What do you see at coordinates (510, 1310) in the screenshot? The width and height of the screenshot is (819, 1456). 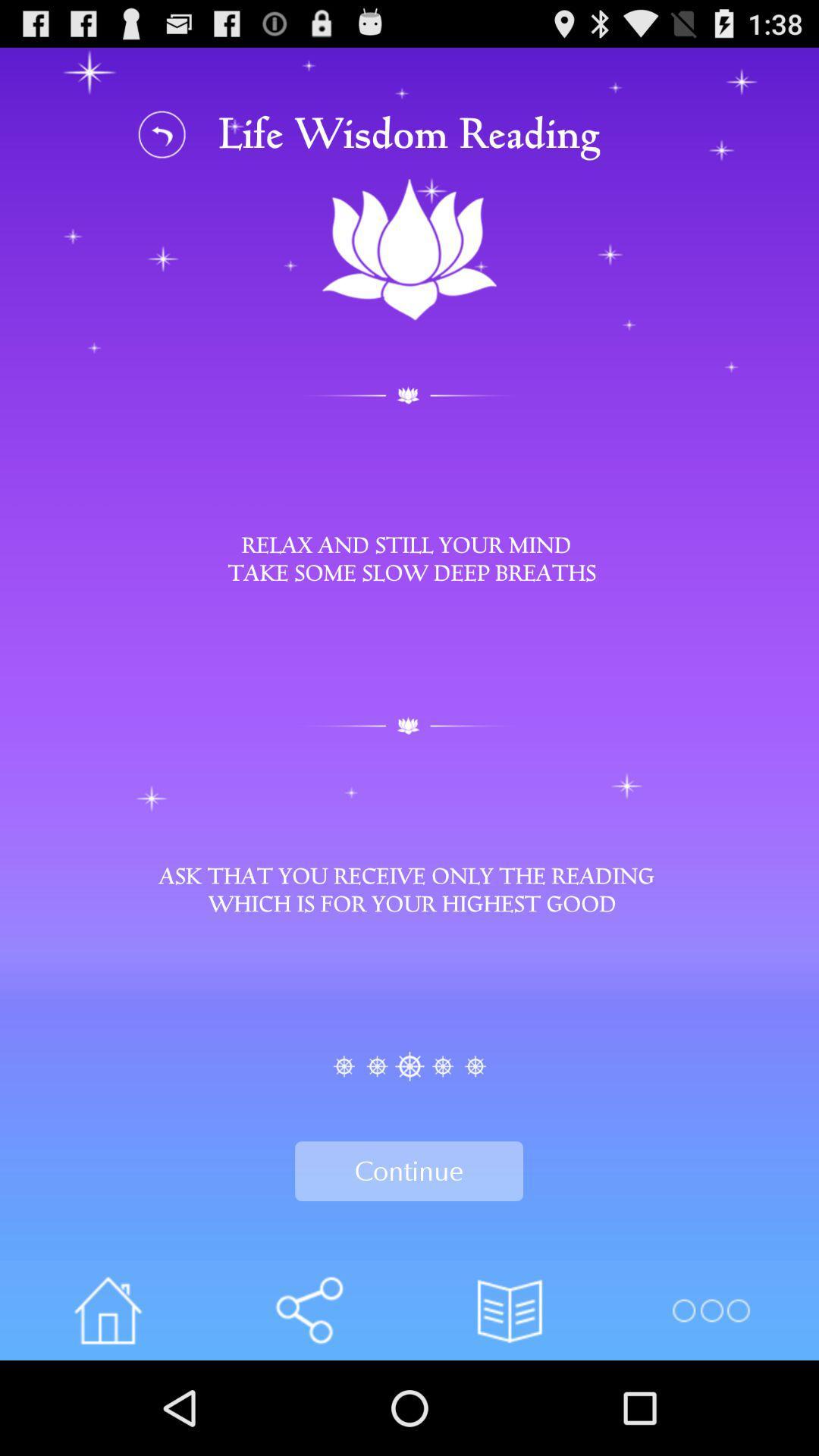 I see `the button on the right next to the share button on the web page` at bounding box center [510, 1310].